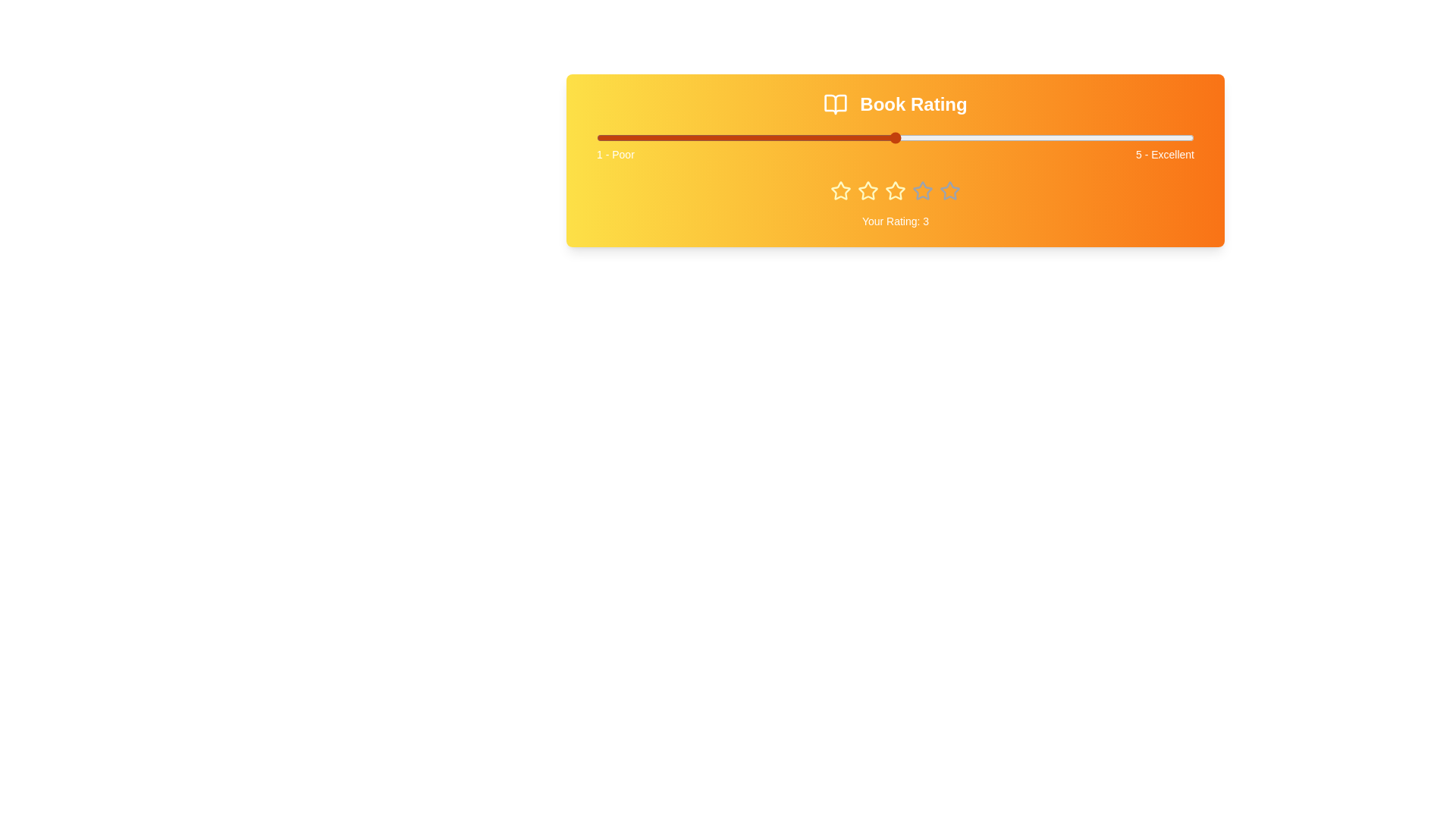  What do you see at coordinates (949, 190) in the screenshot?
I see `the third star icon in the rating section labeled 'Book Rating'` at bounding box center [949, 190].